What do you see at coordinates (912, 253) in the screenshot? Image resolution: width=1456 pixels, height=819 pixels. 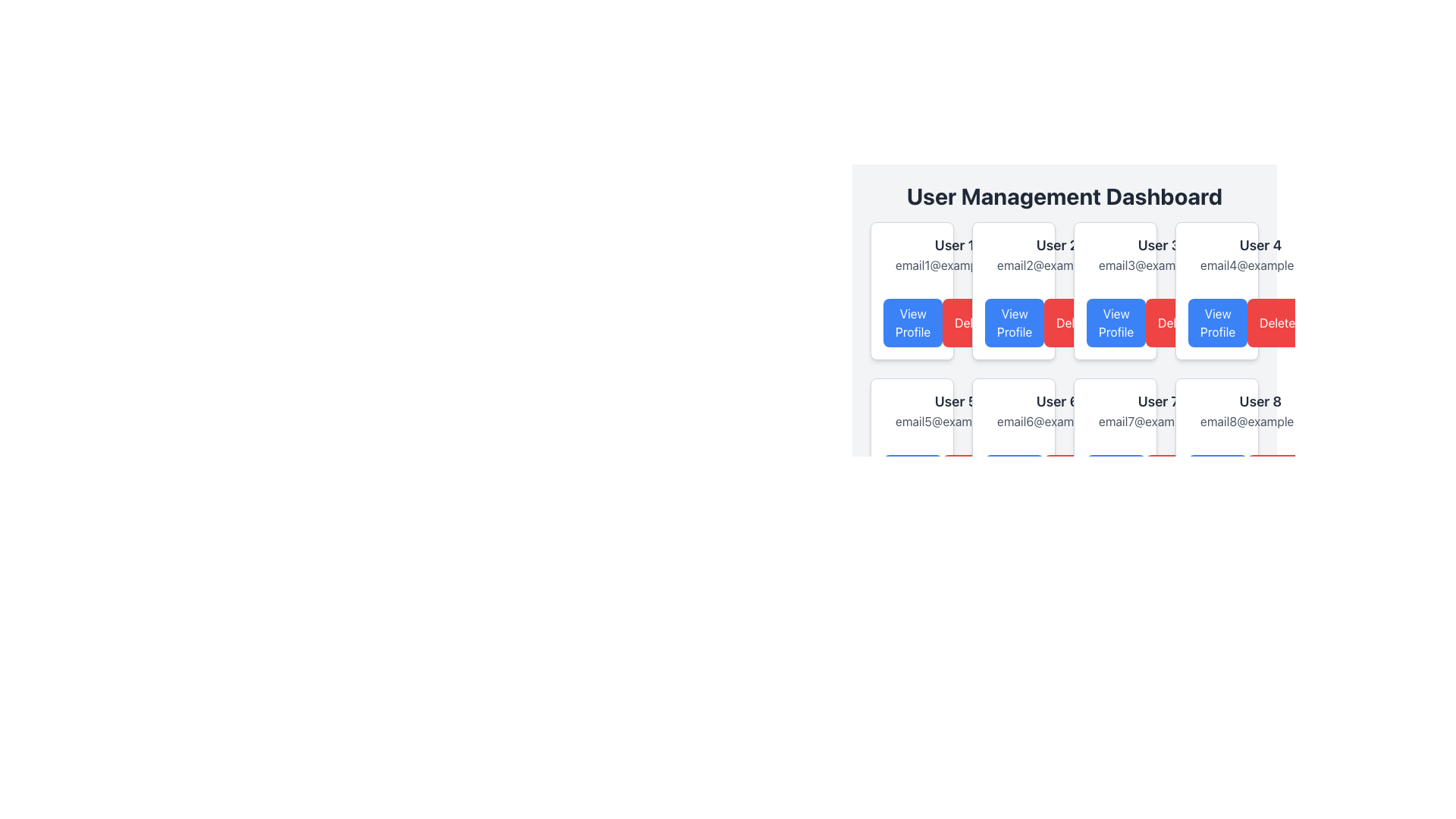 I see `the text block titled 'User 1' which displays the email 'email1@example.com' and includes a user profile icon on its left` at bounding box center [912, 253].